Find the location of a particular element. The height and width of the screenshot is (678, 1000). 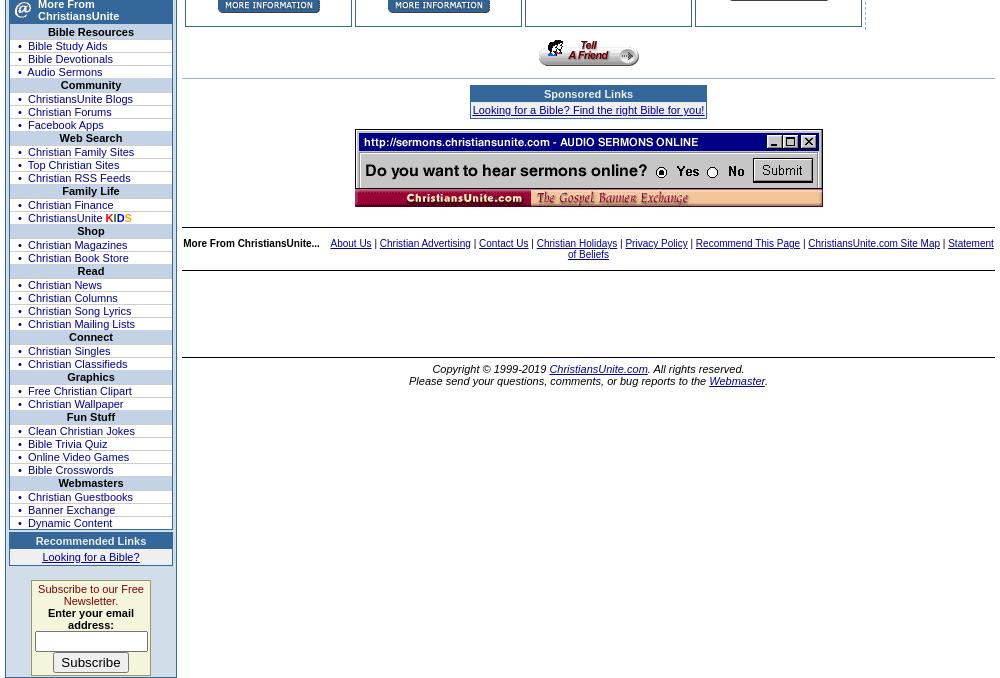

'•  Christian Mailing Lists' is located at coordinates (75, 322).